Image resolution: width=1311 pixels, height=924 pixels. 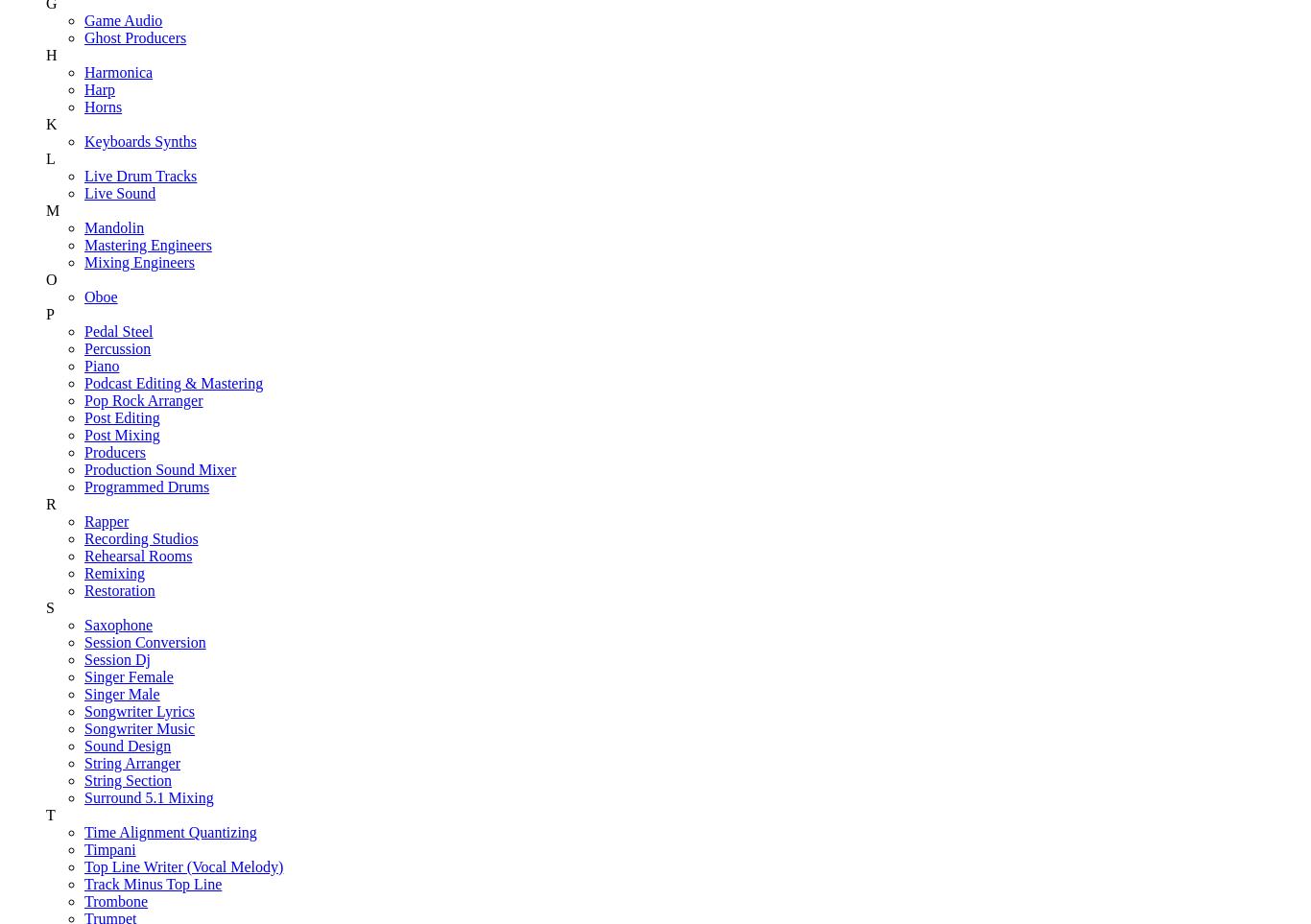 What do you see at coordinates (101, 296) in the screenshot?
I see `'Oboe'` at bounding box center [101, 296].